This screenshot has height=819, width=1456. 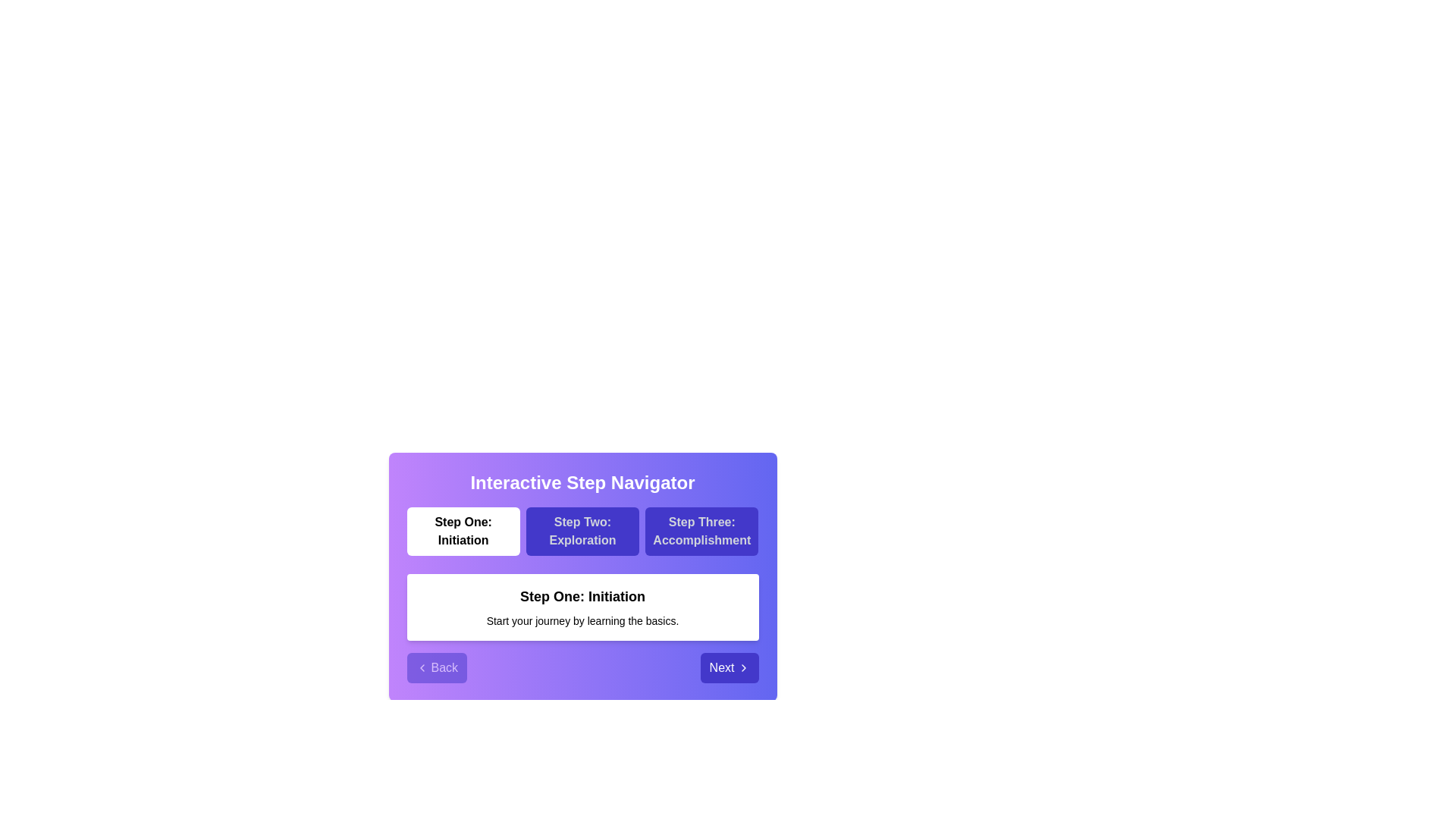 What do you see at coordinates (582, 531) in the screenshot?
I see `the step labeled Step Two: Exploration to navigate to it` at bounding box center [582, 531].